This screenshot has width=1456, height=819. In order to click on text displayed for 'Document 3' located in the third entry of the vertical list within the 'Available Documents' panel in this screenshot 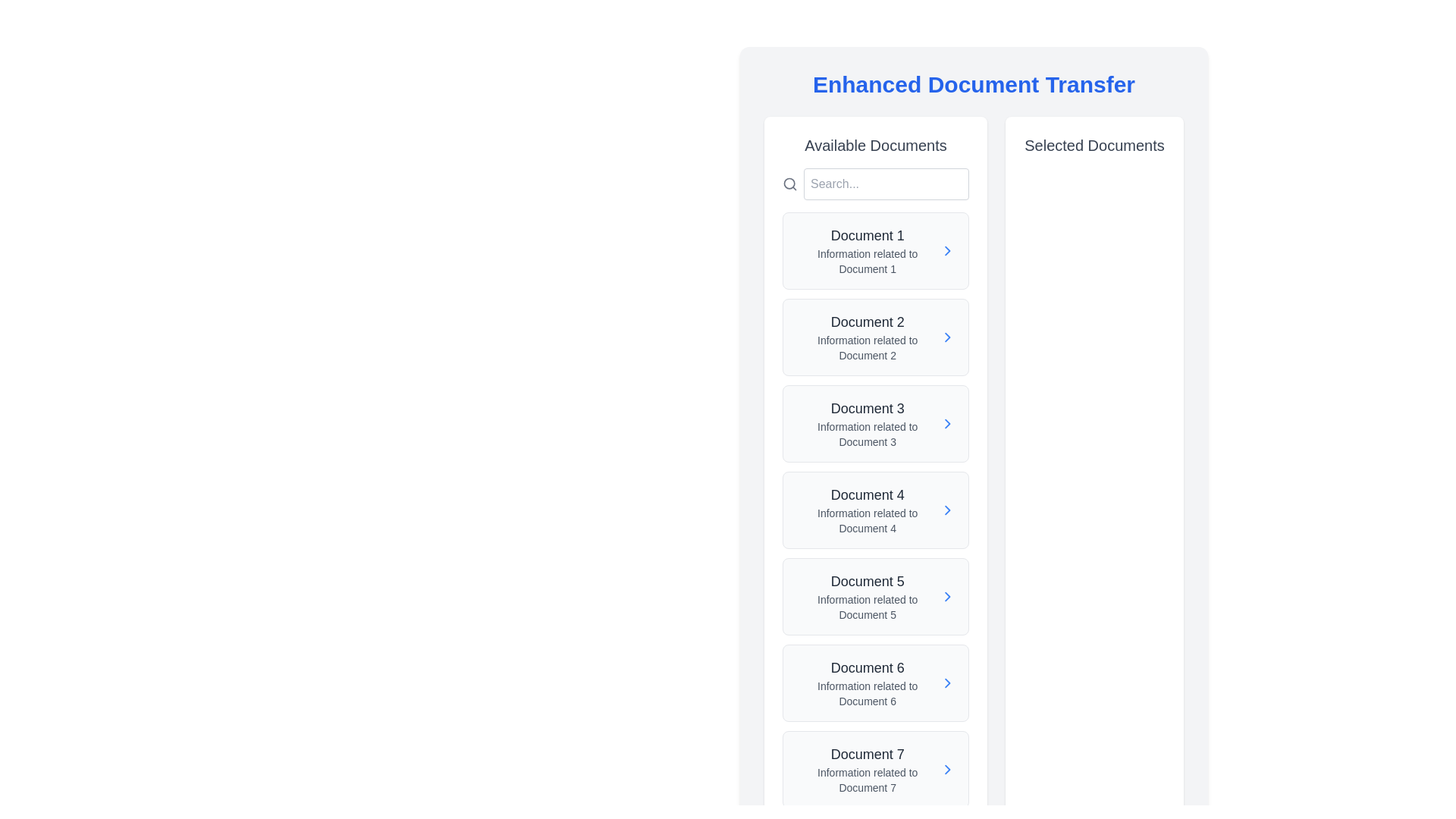, I will do `click(868, 424)`.